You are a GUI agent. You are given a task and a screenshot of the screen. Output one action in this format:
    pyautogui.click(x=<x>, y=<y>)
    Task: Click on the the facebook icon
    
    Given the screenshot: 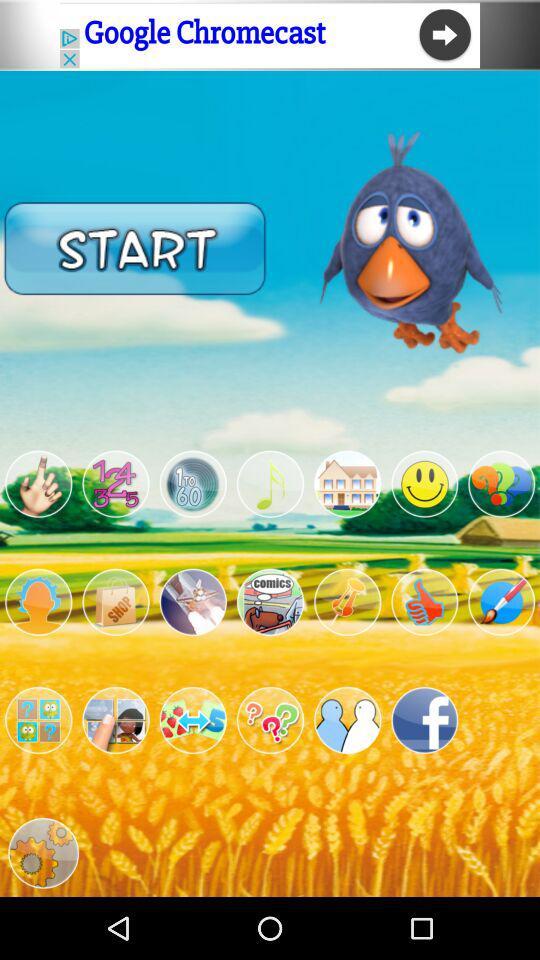 What is the action you would take?
    pyautogui.click(x=423, y=770)
    